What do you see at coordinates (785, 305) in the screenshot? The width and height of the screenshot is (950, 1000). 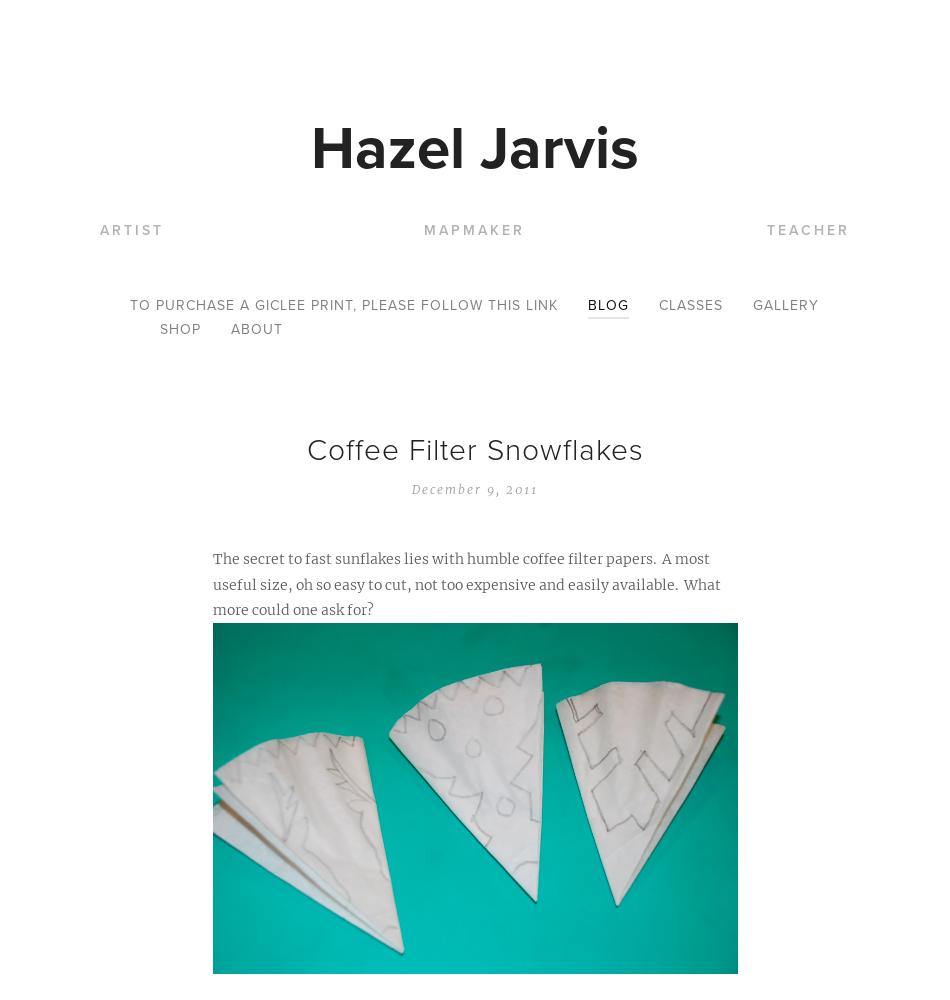 I see `'Gallery'` at bounding box center [785, 305].